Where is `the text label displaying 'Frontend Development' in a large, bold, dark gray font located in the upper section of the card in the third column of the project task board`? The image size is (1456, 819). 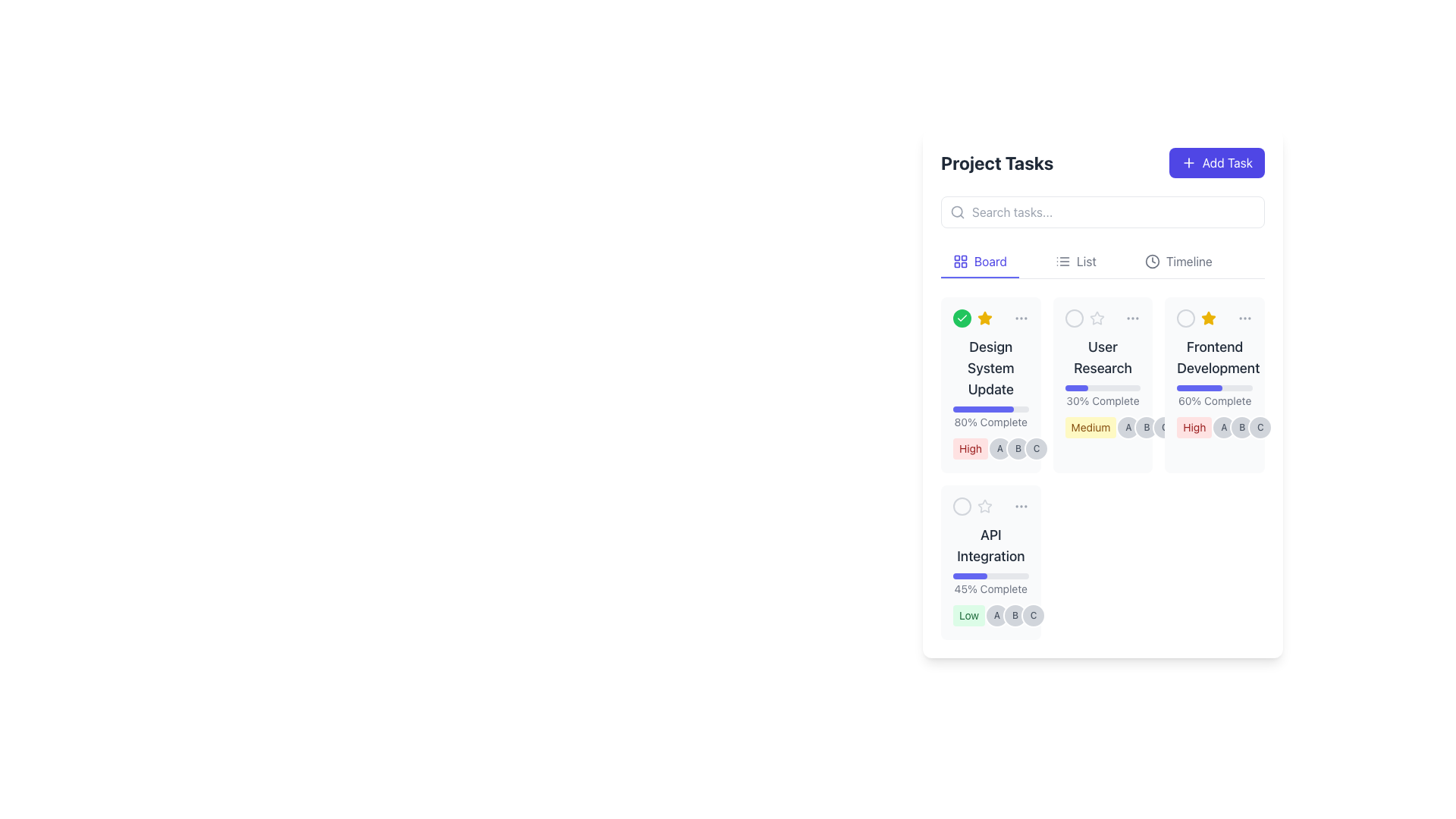
the text label displaying 'Frontend Development' in a large, bold, dark gray font located in the upper section of the card in the third column of the project task board is located at coordinates (1215, 357).